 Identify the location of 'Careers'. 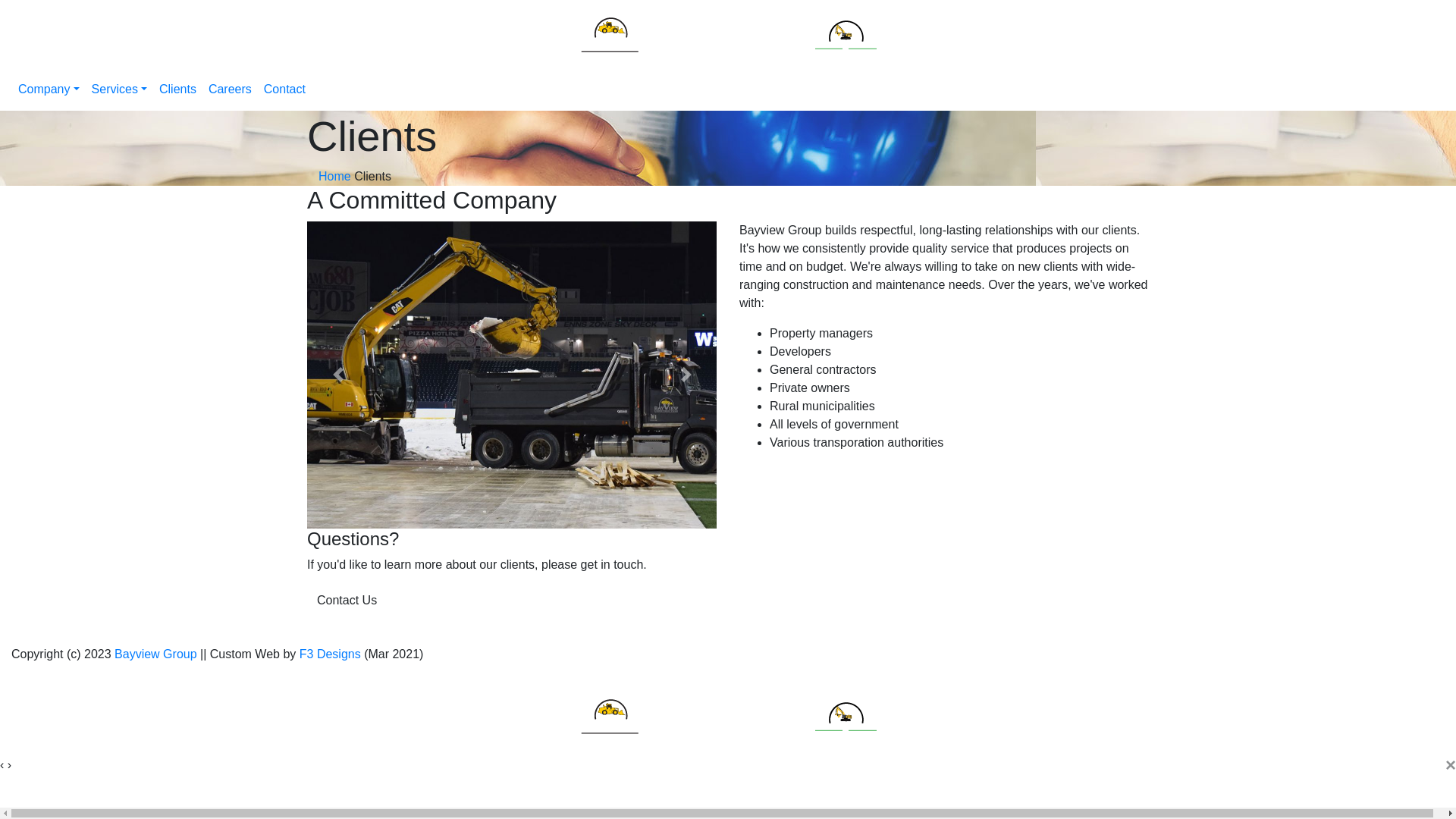
(202, 89).